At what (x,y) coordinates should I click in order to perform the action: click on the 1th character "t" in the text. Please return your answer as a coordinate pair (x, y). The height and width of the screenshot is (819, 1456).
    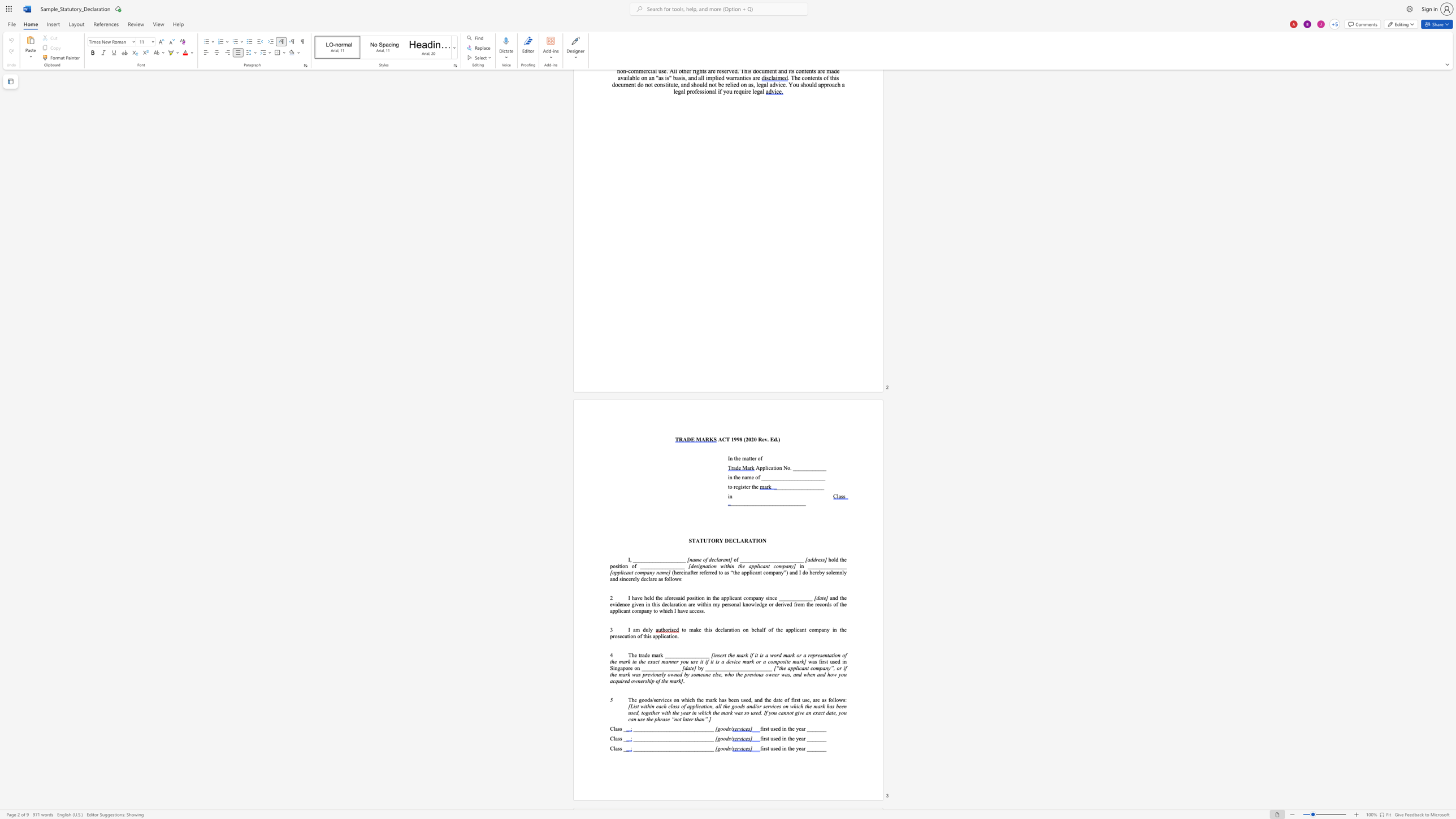
    Looking at the image, I should click on (773, 467).